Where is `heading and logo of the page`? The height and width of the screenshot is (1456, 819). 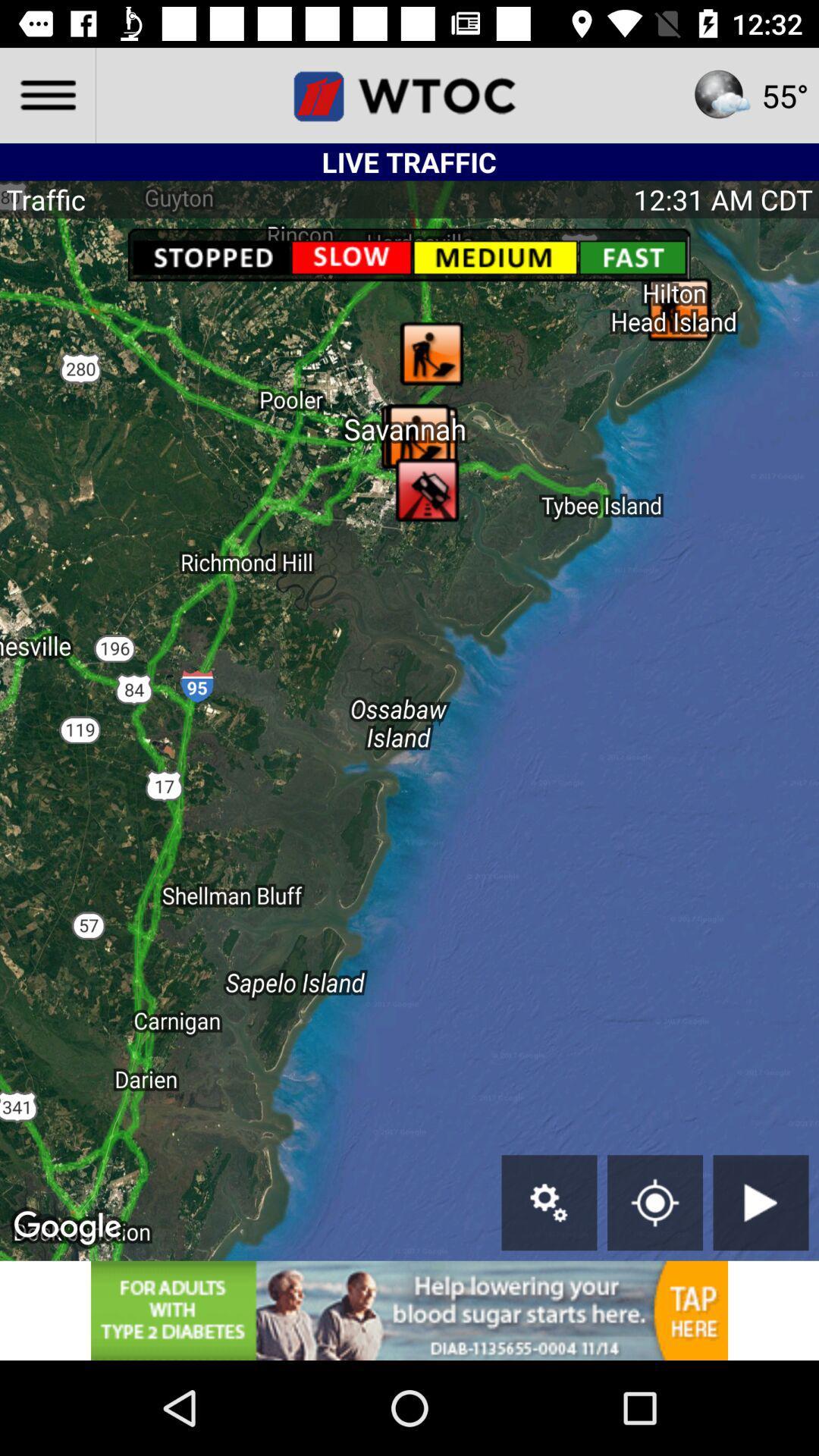
heading and logo of the page is located at coordinates (409, 94).